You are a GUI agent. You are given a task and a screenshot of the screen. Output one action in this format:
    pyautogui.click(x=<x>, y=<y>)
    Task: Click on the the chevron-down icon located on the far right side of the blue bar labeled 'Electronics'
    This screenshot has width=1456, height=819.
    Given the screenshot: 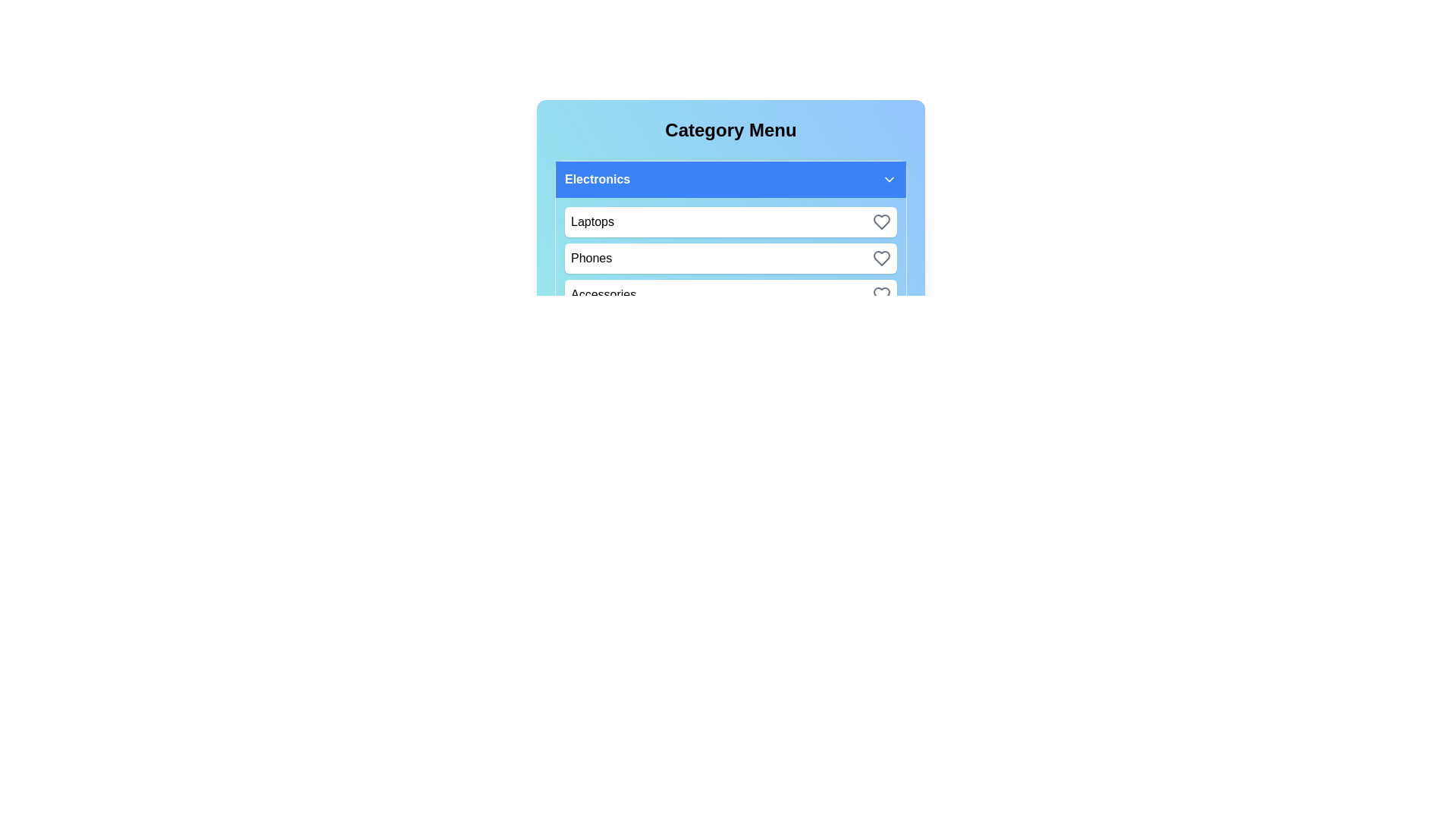 What is the action you would take?
    pyautogui.click(x=889, y=178)
    